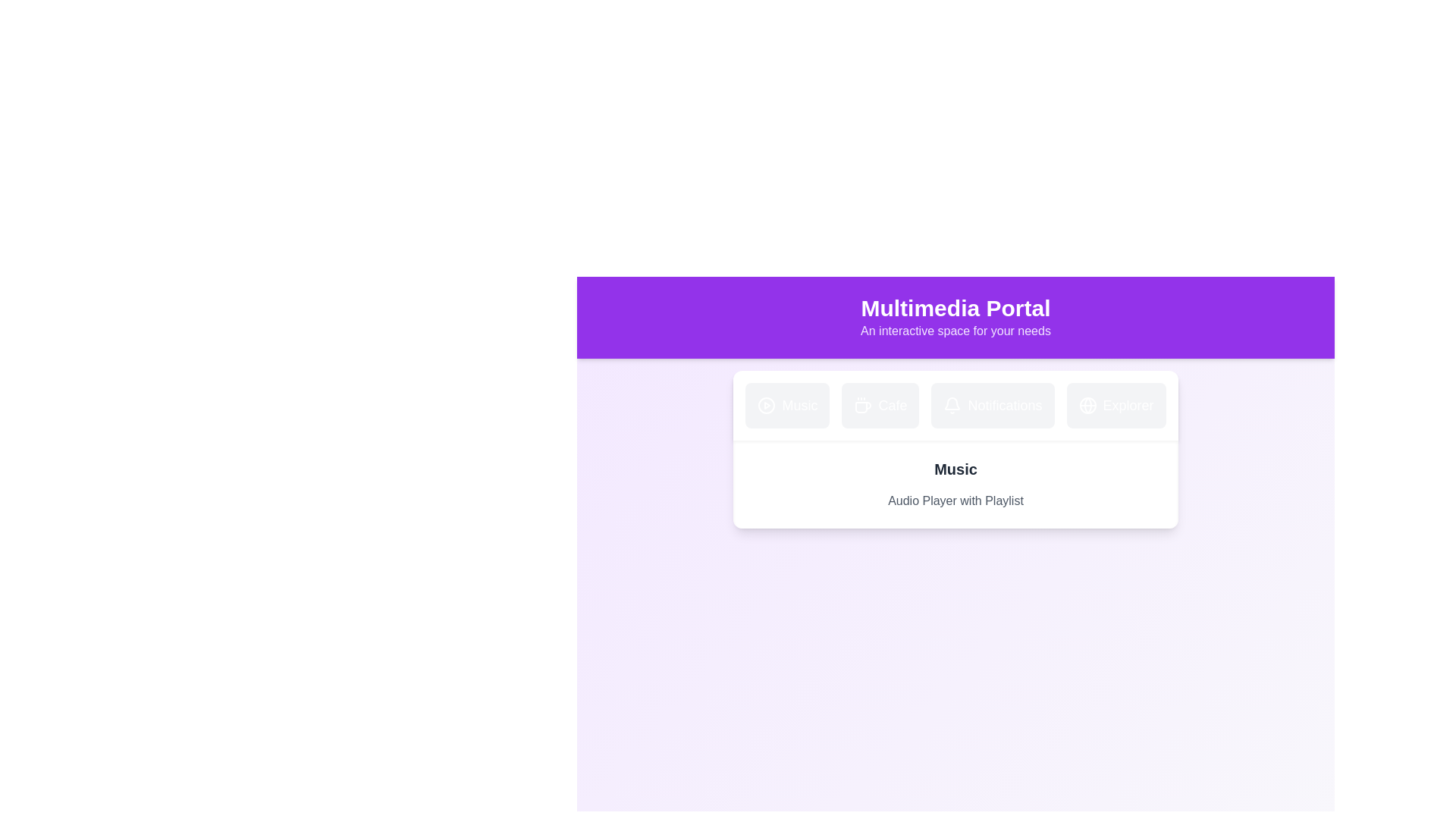  I want to click on the 'Multimedia Portal' heading located at the top-center of the purple header, which serves as the title for the interface, so click(955, 308).